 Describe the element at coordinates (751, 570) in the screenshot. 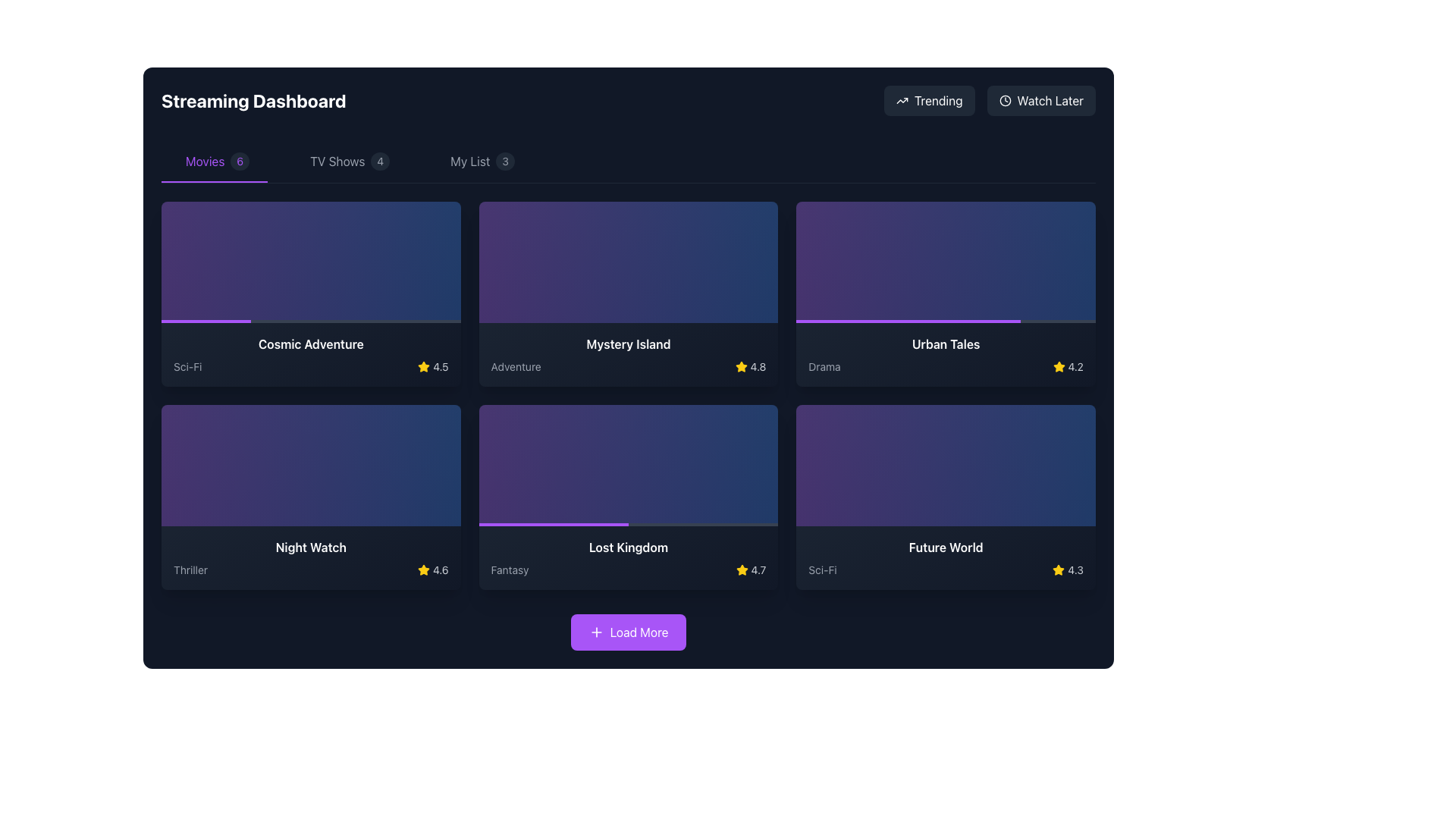

I see `the numerical value '4.7' displayed in the Rating Display of the 'Lost Kingdom' card, located to the right of the 'Fantasy' label` at that location.